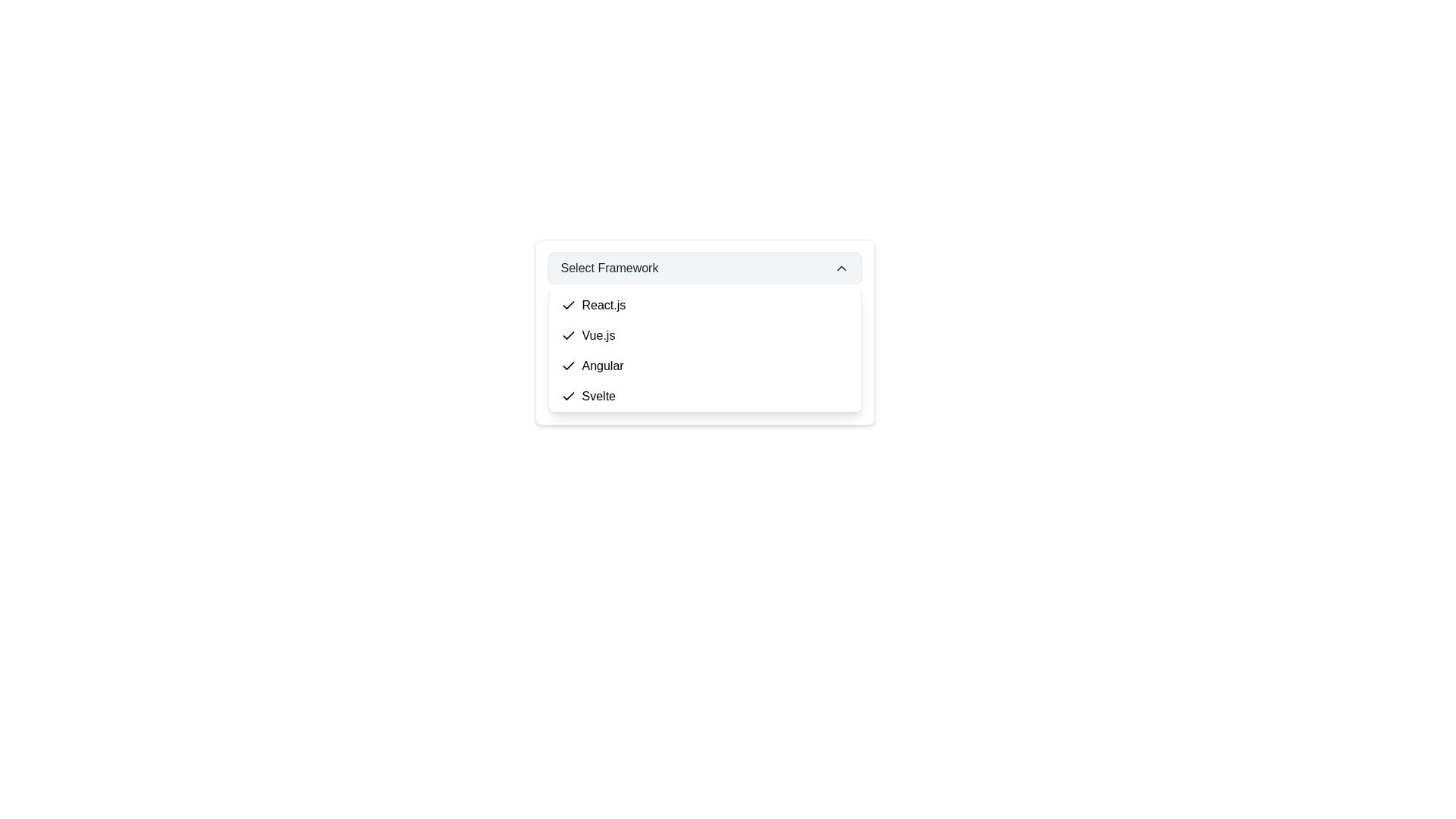 This screenshot has height=819, width=1456. Describe the element at coordinates (609, 268) in the screenshot. I see `the static text label that serves as a title for the dropdown menu indicating its purpose as a selection for frameworks` at that location.